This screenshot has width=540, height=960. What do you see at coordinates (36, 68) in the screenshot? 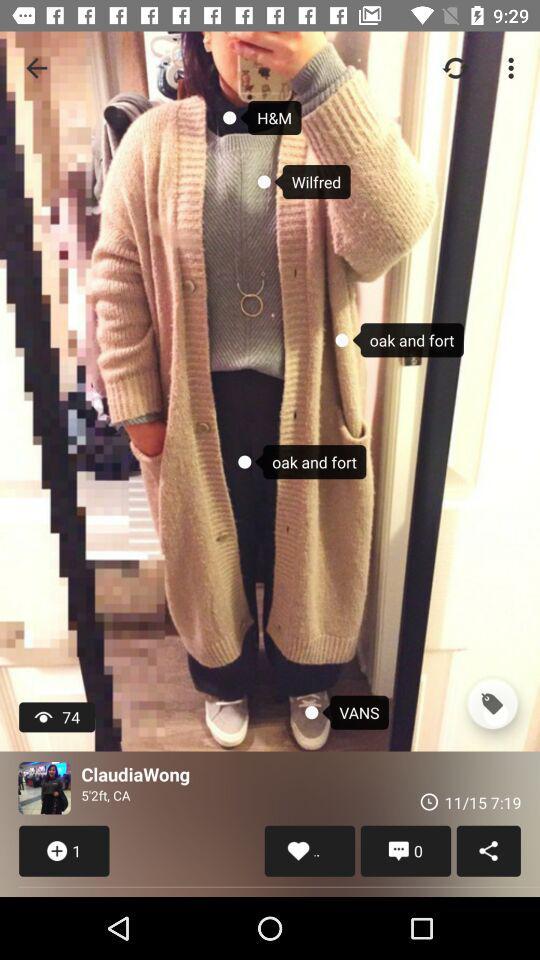
I see `the icon above the 74 item` at bounding box center [36, 68].